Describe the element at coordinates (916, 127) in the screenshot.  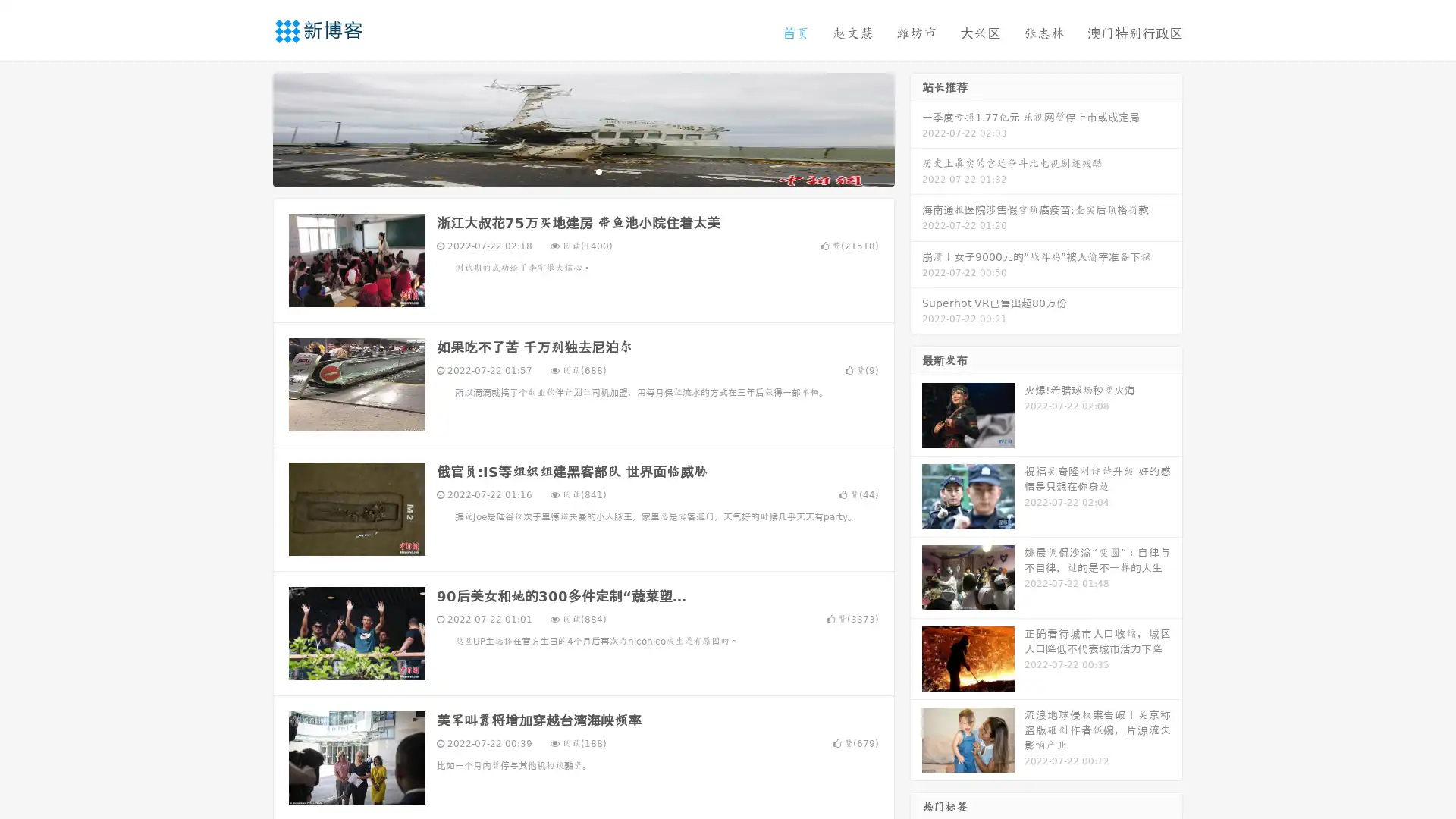
I see `Next slide` at that location.